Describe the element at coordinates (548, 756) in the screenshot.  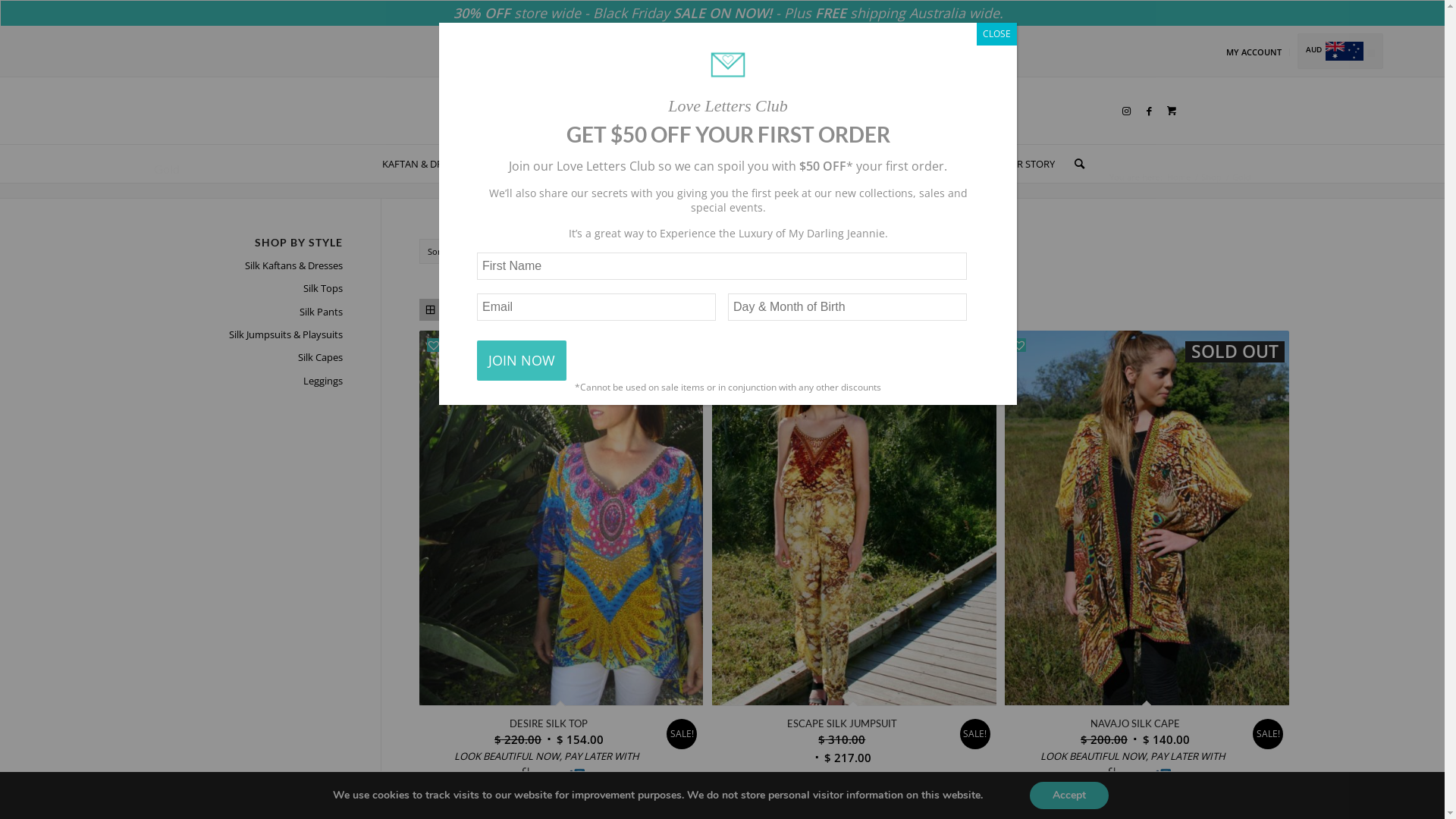
I see `'LOOK BEAUTIFUL NOW, PAY LATER WITH  '` at that location.